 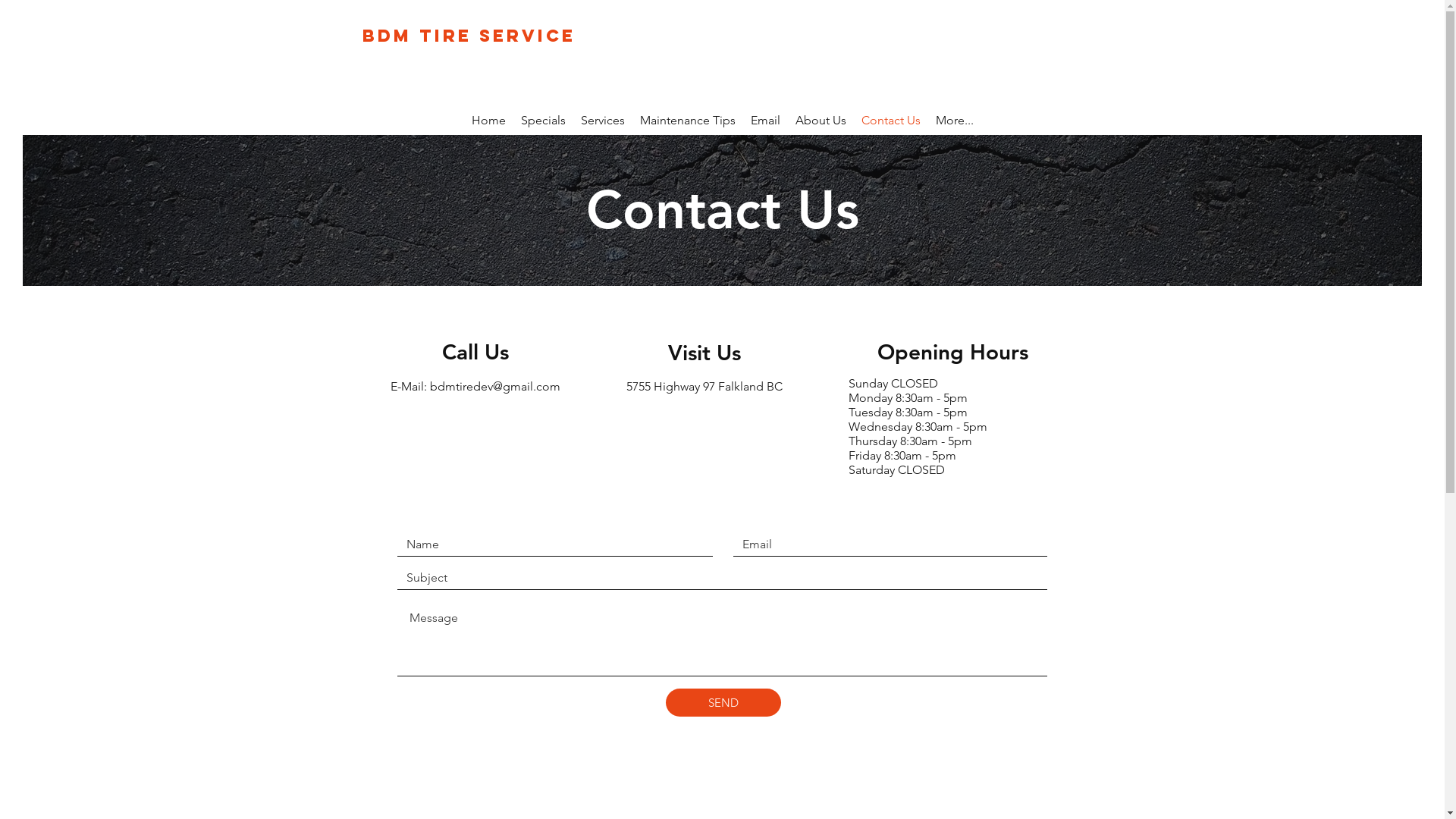 I want to click on 'SEND', so click(x=666, y=702).